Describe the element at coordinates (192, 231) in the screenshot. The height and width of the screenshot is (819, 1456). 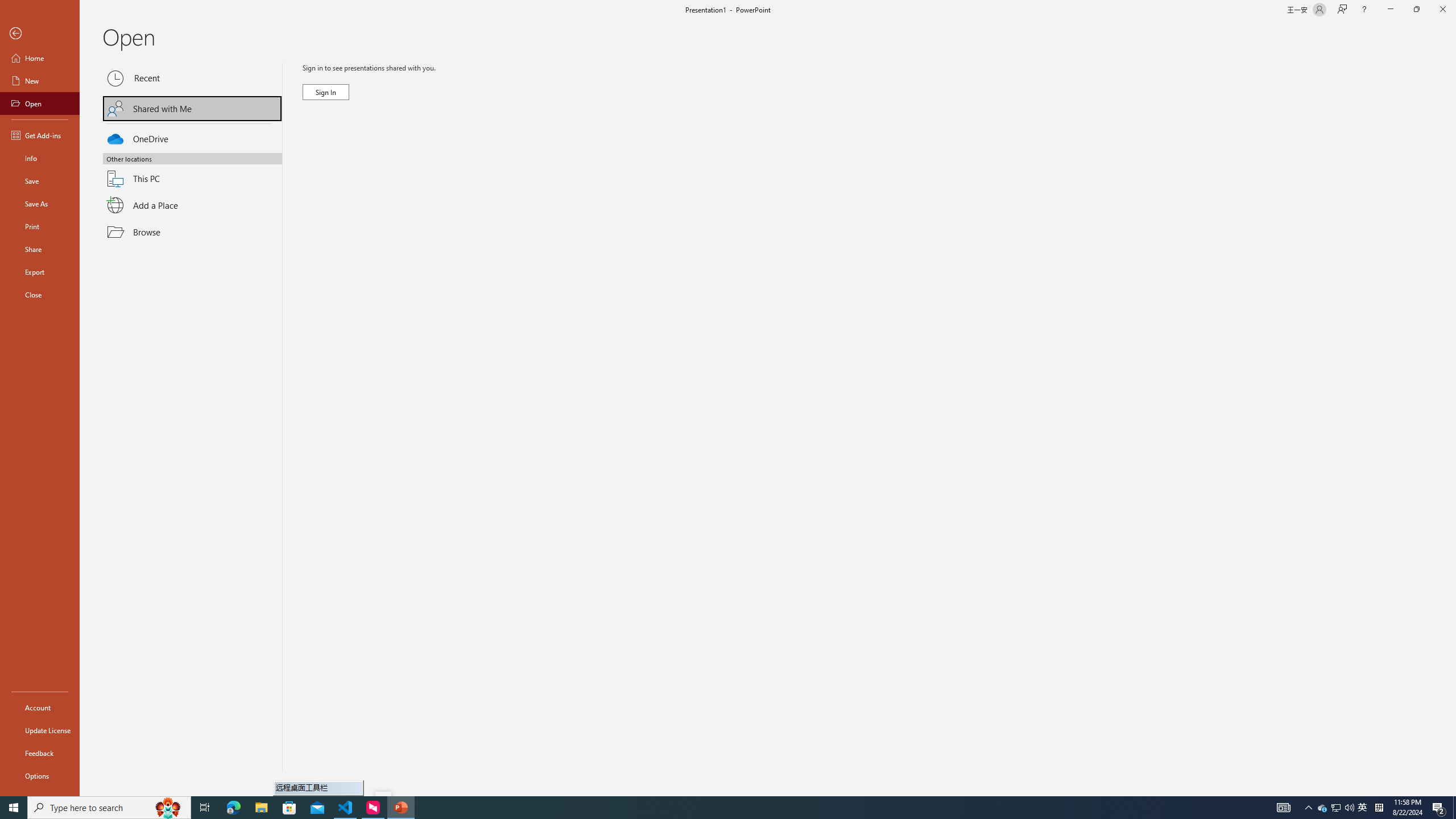
I see `'Browse'` at that location.